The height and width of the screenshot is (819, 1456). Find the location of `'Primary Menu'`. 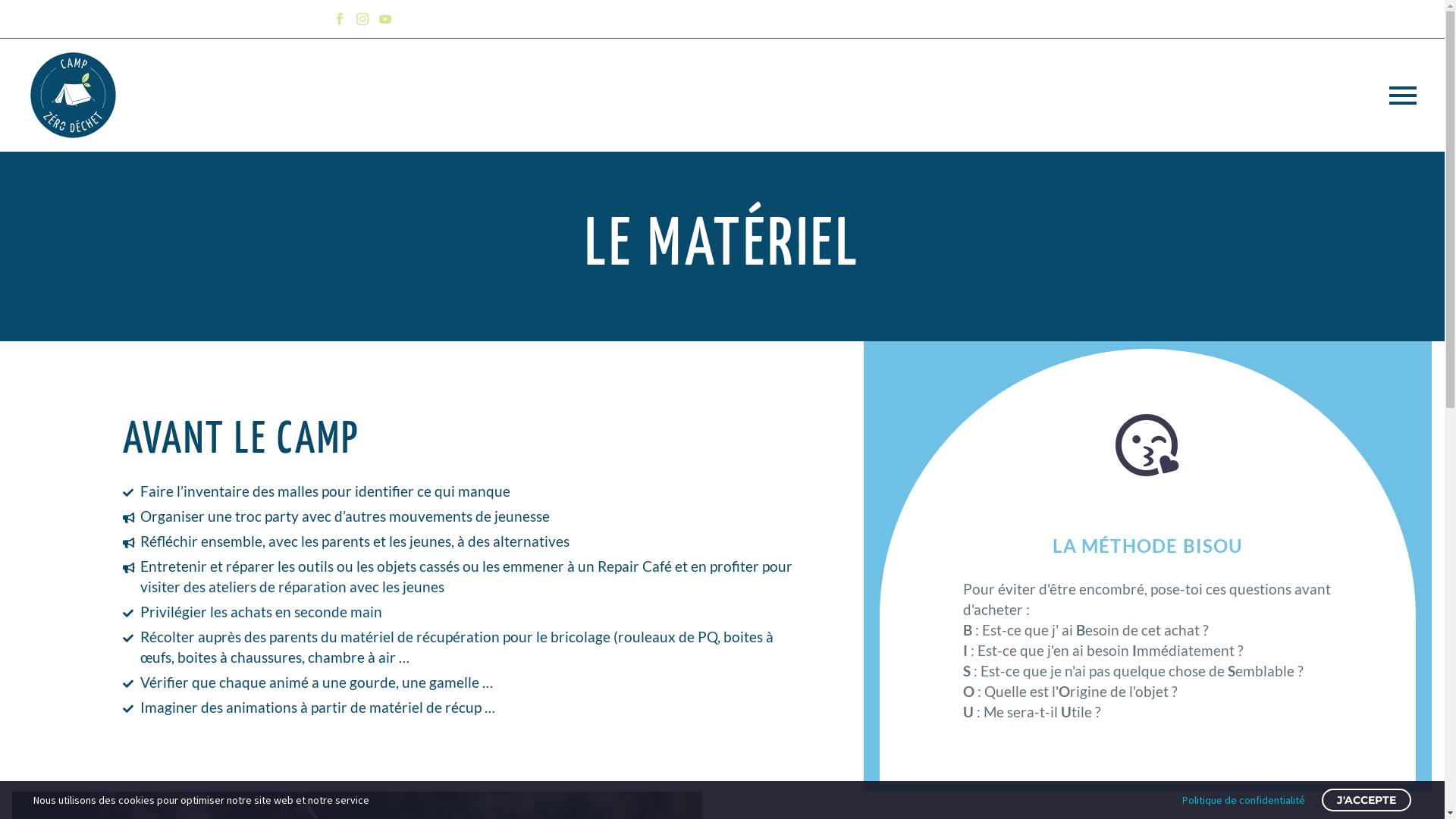

'Primary Menu' is located at coordinates (1401, 94).